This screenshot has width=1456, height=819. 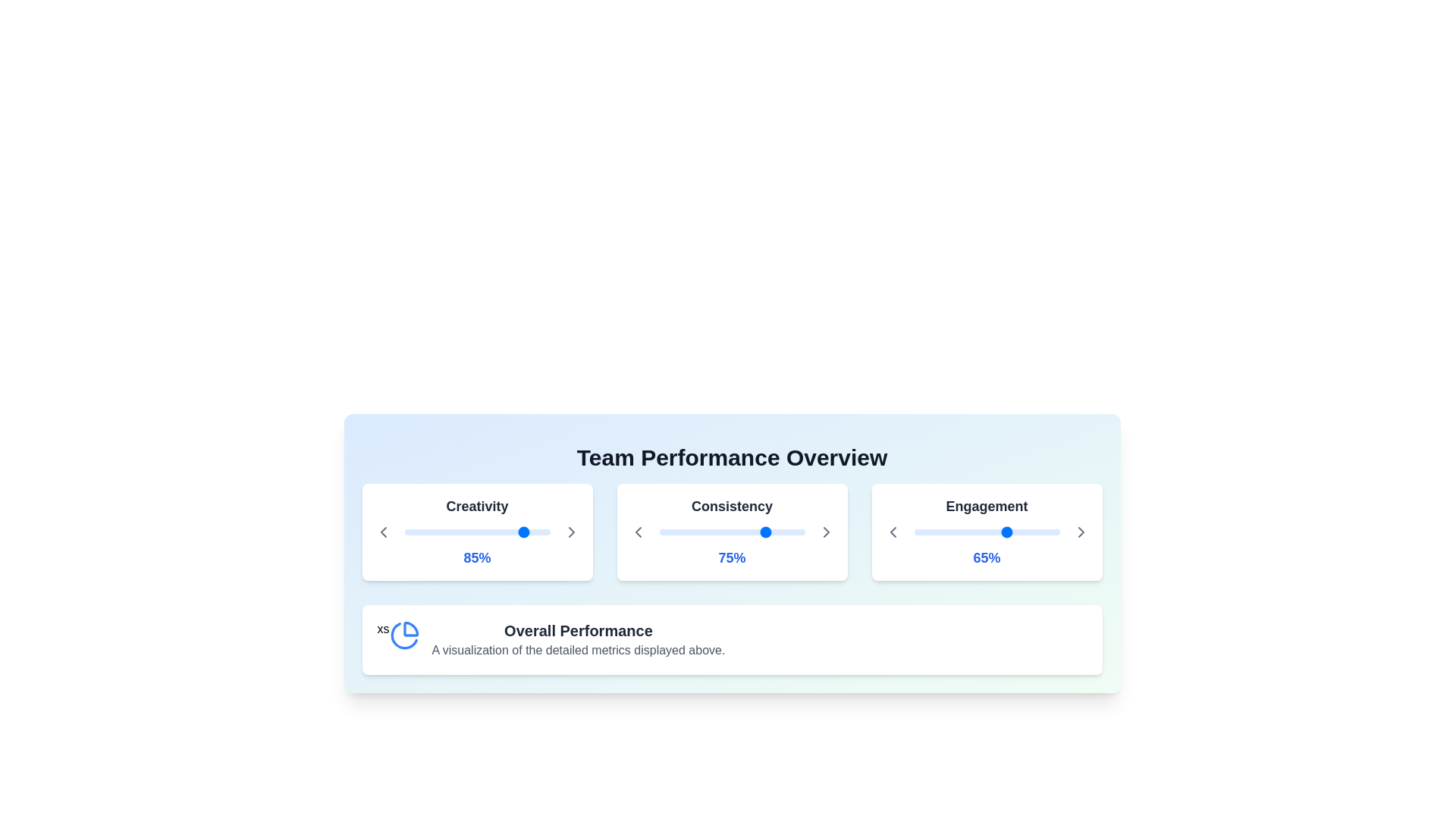 What do you see at coordinates (570, 532) in the screenshot?
I see `the rightward navigation arrow icon located in the top-right corner of the 'Creativity' card` at bounding box center [570, 532].